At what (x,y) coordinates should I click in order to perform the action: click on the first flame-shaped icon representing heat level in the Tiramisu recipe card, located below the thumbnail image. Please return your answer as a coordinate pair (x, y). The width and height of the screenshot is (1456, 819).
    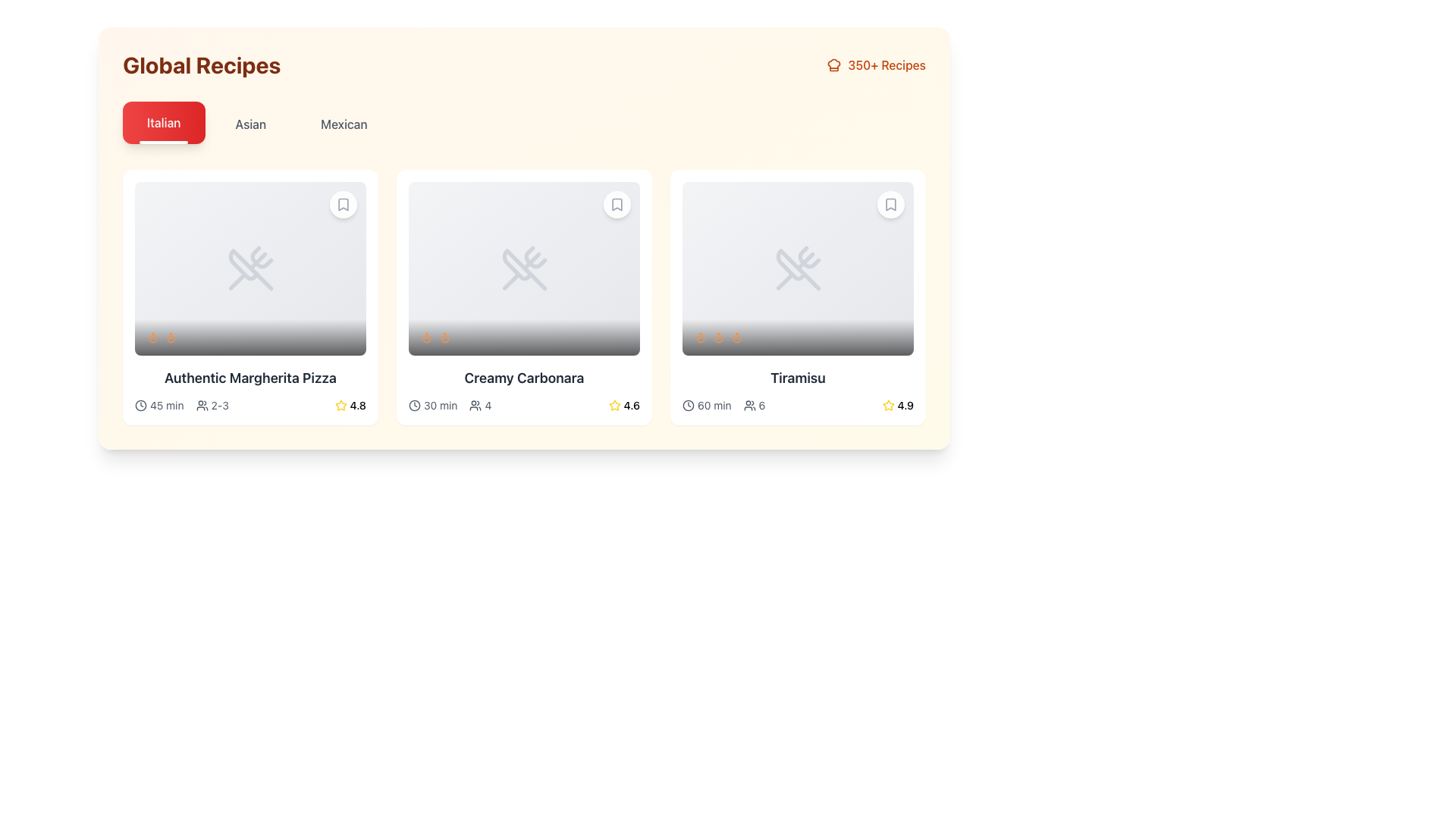
    Looking at the image, I should click on (700, 336).